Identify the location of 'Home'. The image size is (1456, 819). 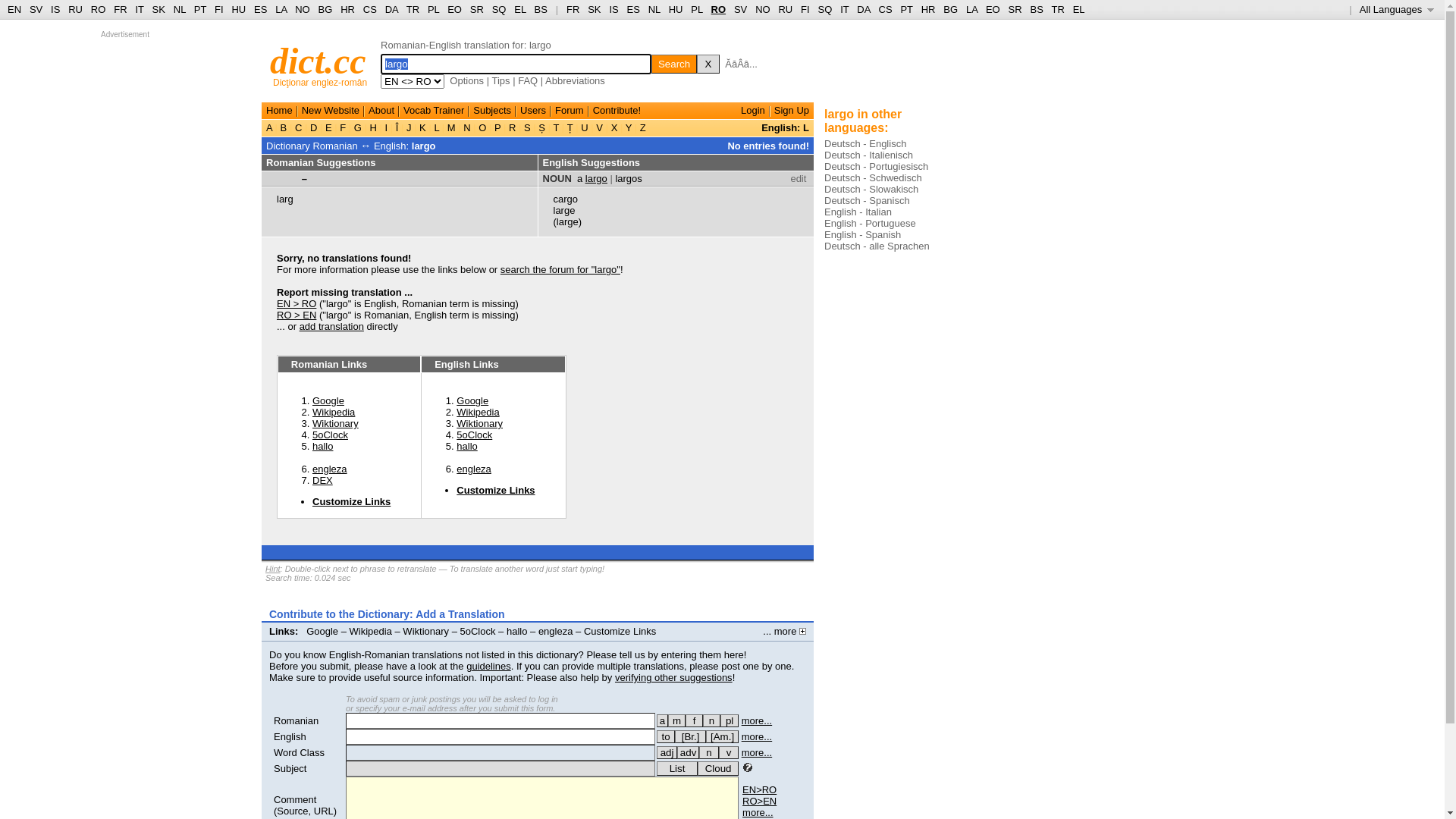
(279, 109).